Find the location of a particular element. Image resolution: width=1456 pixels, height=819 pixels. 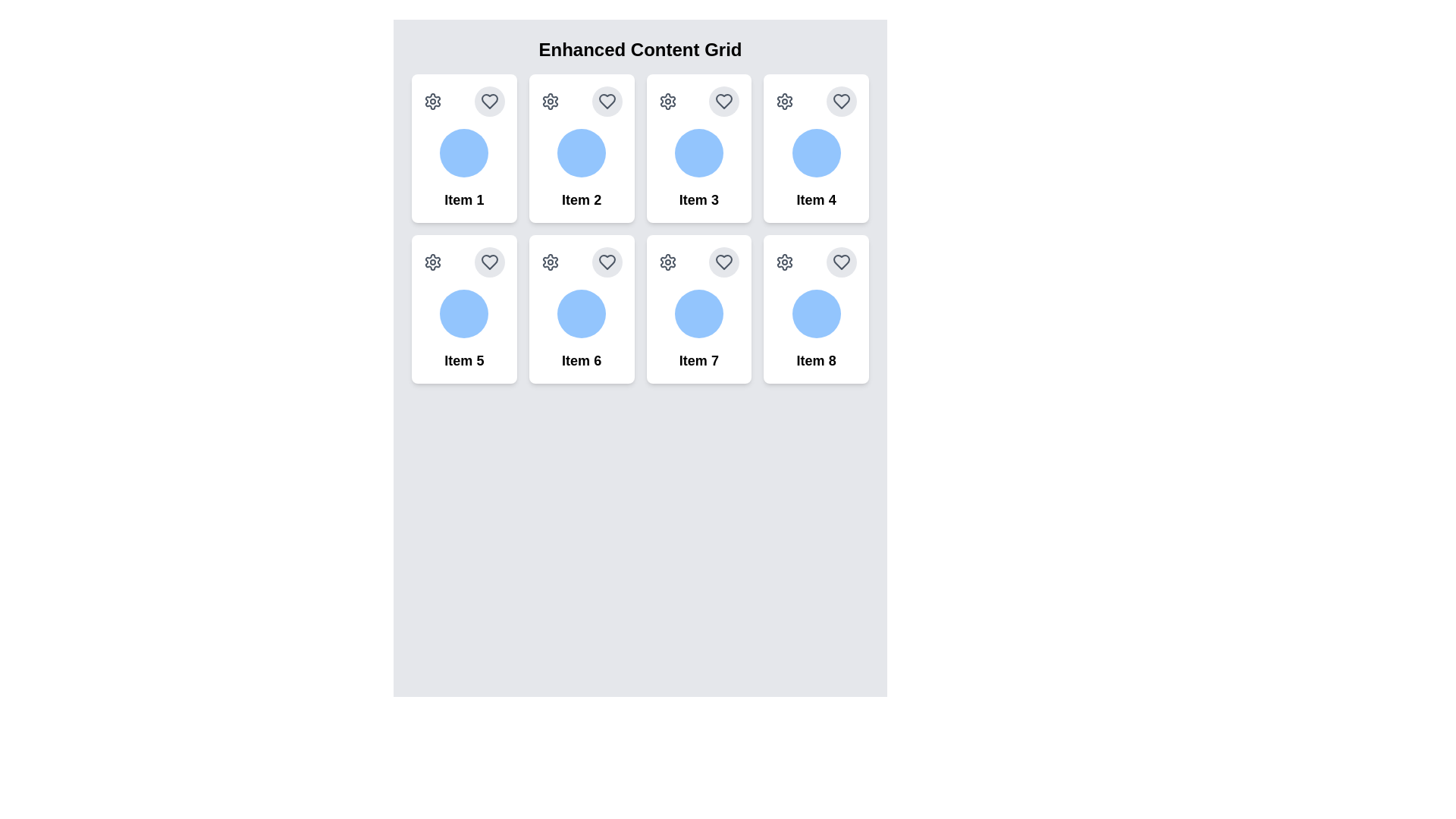

the cogwheel-like icon in the top-right corner of the grid, above the label 'Item 4' is located at coordinates (785, 102).